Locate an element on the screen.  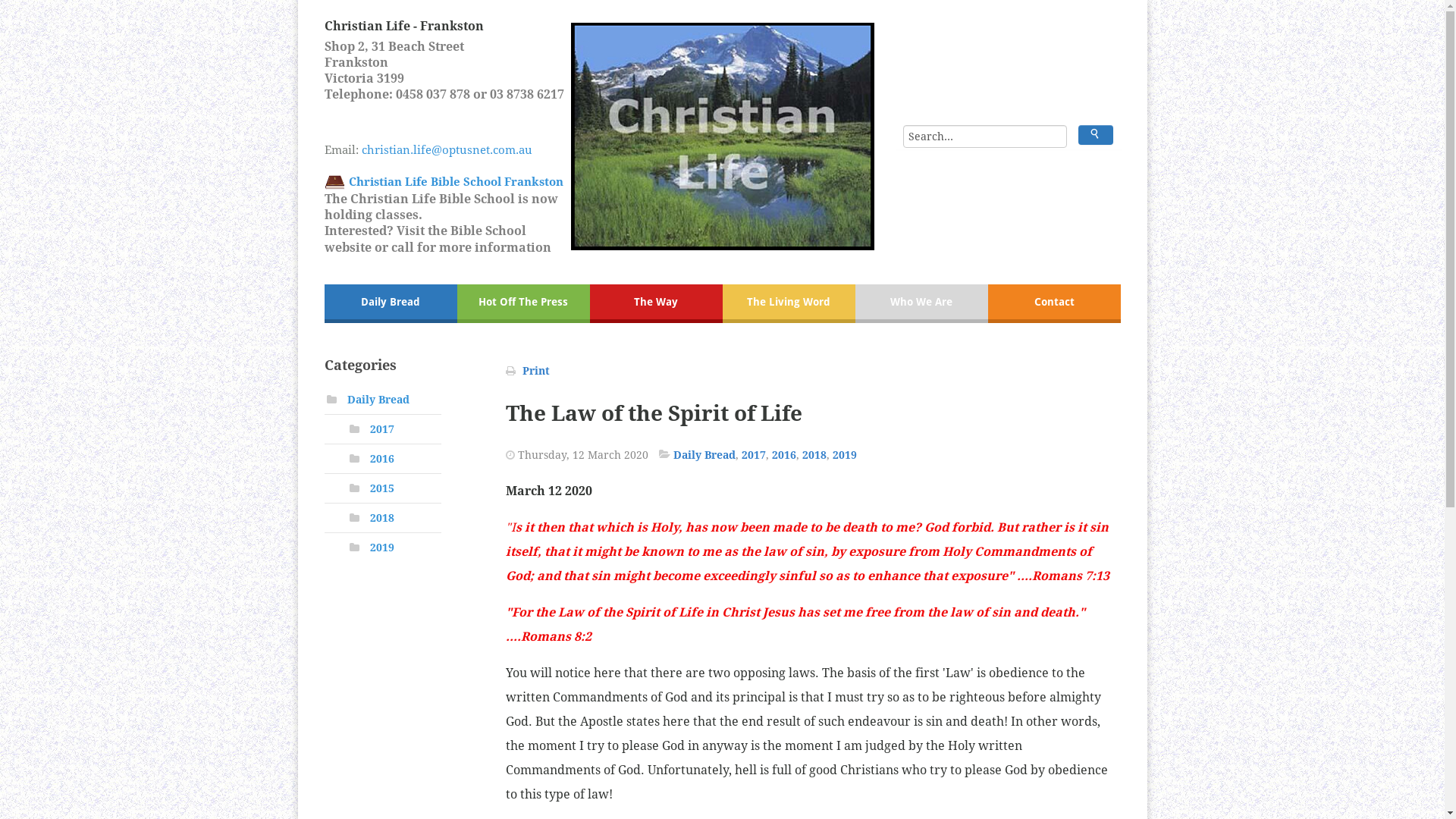
'2017' is located at coordinates (382, 429).